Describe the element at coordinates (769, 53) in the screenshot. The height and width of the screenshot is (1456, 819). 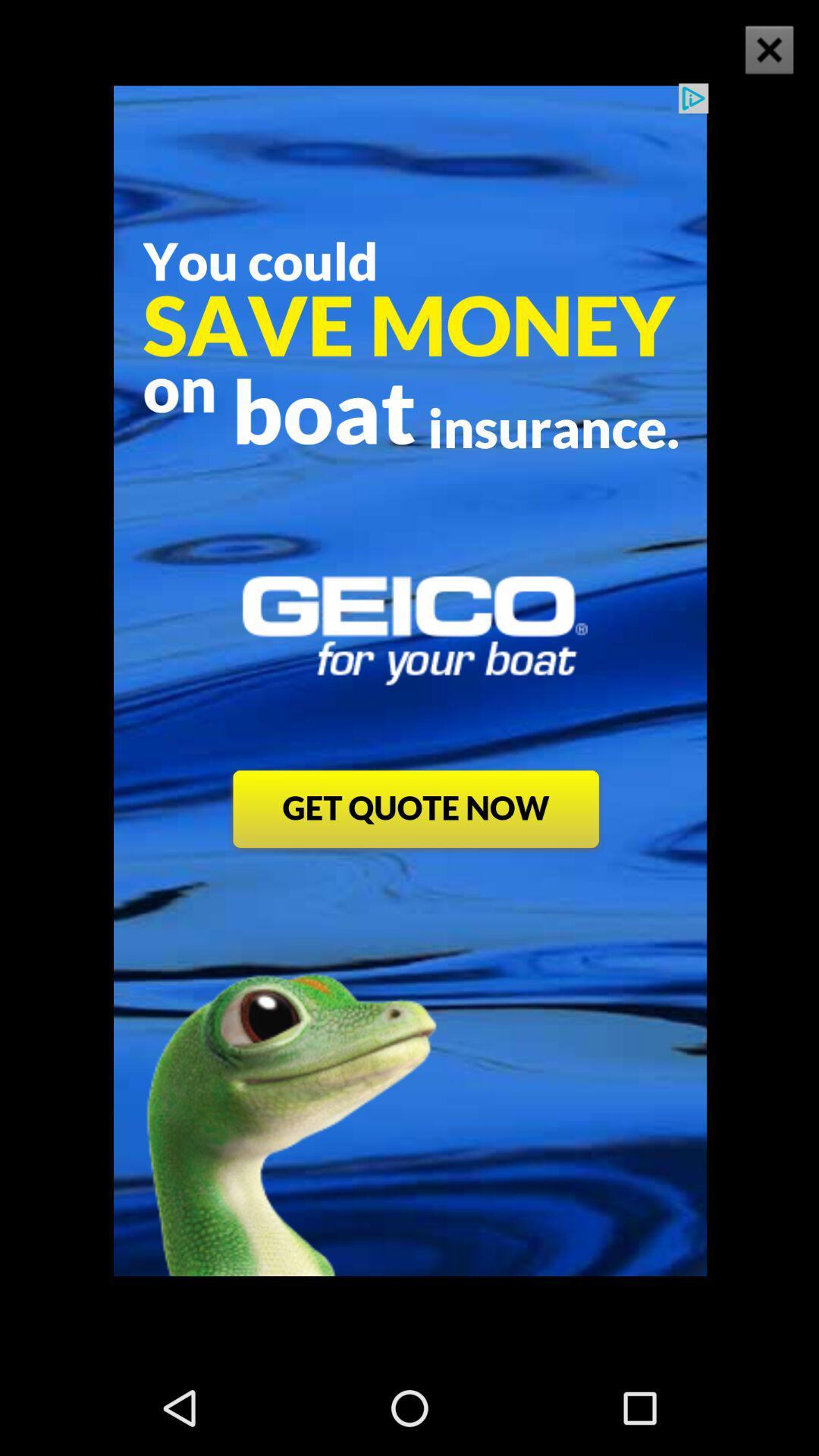
I see `the close icon` at that location.